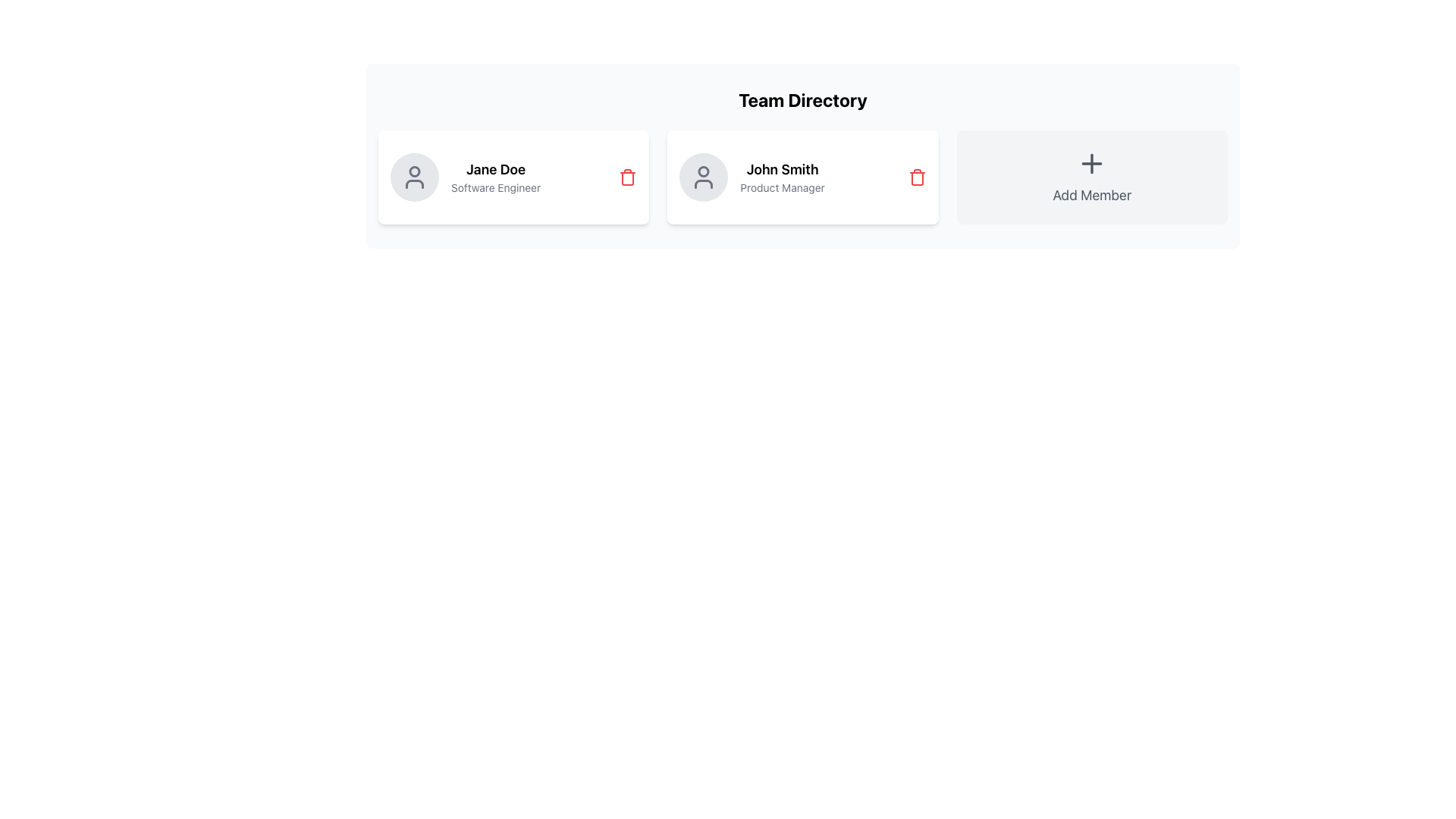 The width and height of the screenshot is (1456, 819). I want to click on the circular Profile image placeholder with a light gray background and a dark gray user icon, located in the card section titled 'John Smith - Product Manager', so click(703, 177).